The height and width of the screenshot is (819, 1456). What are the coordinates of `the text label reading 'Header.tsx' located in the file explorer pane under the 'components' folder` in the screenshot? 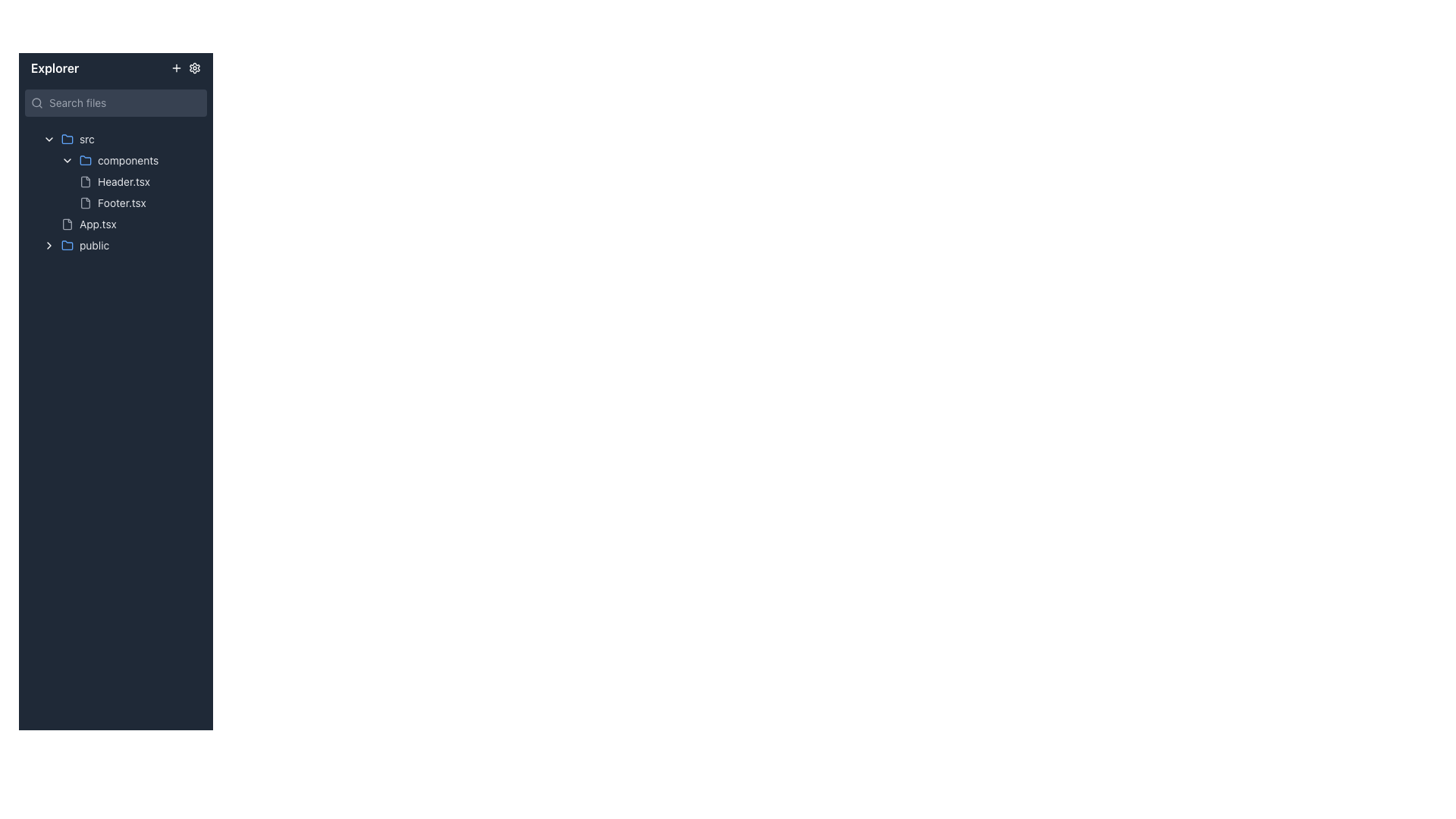 It's located at (124, 180).